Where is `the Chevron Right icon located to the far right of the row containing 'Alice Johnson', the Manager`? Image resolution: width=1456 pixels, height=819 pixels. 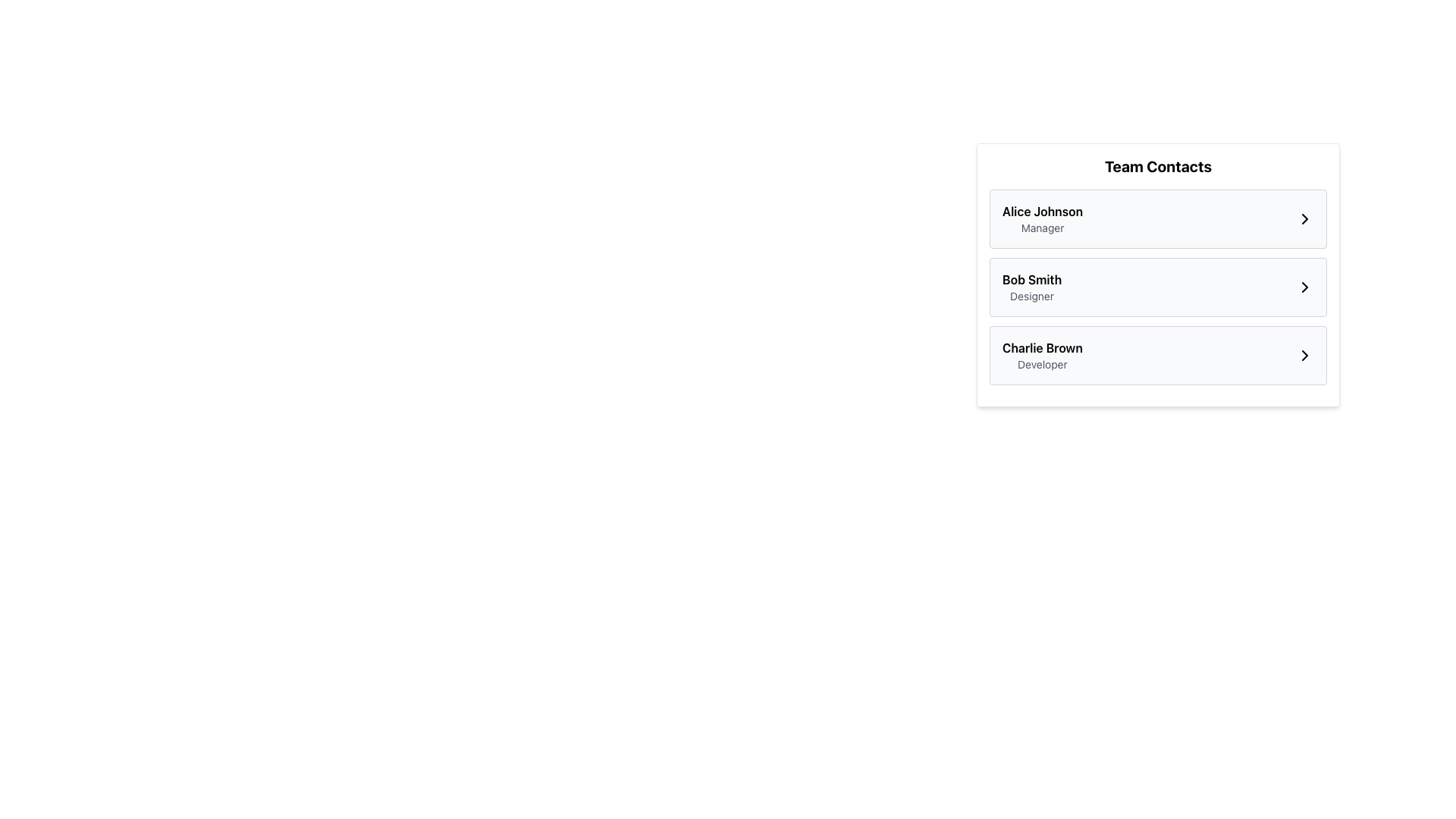 the Chevron Right icon located to the far right of the row containing 'Alice Johnson', the Manager is located at coordinates (1304, 219).